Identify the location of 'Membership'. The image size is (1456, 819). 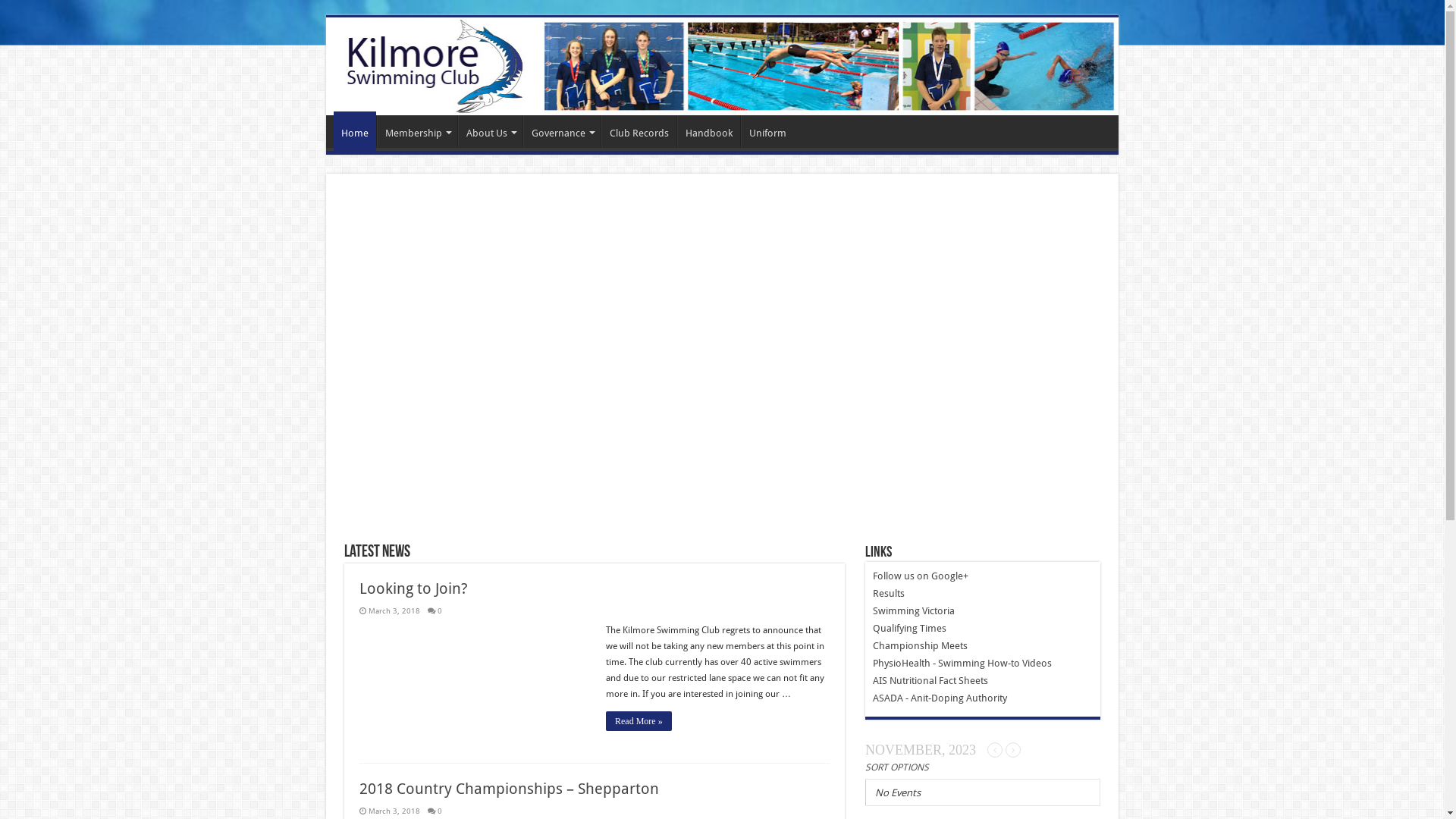
(417, 130).